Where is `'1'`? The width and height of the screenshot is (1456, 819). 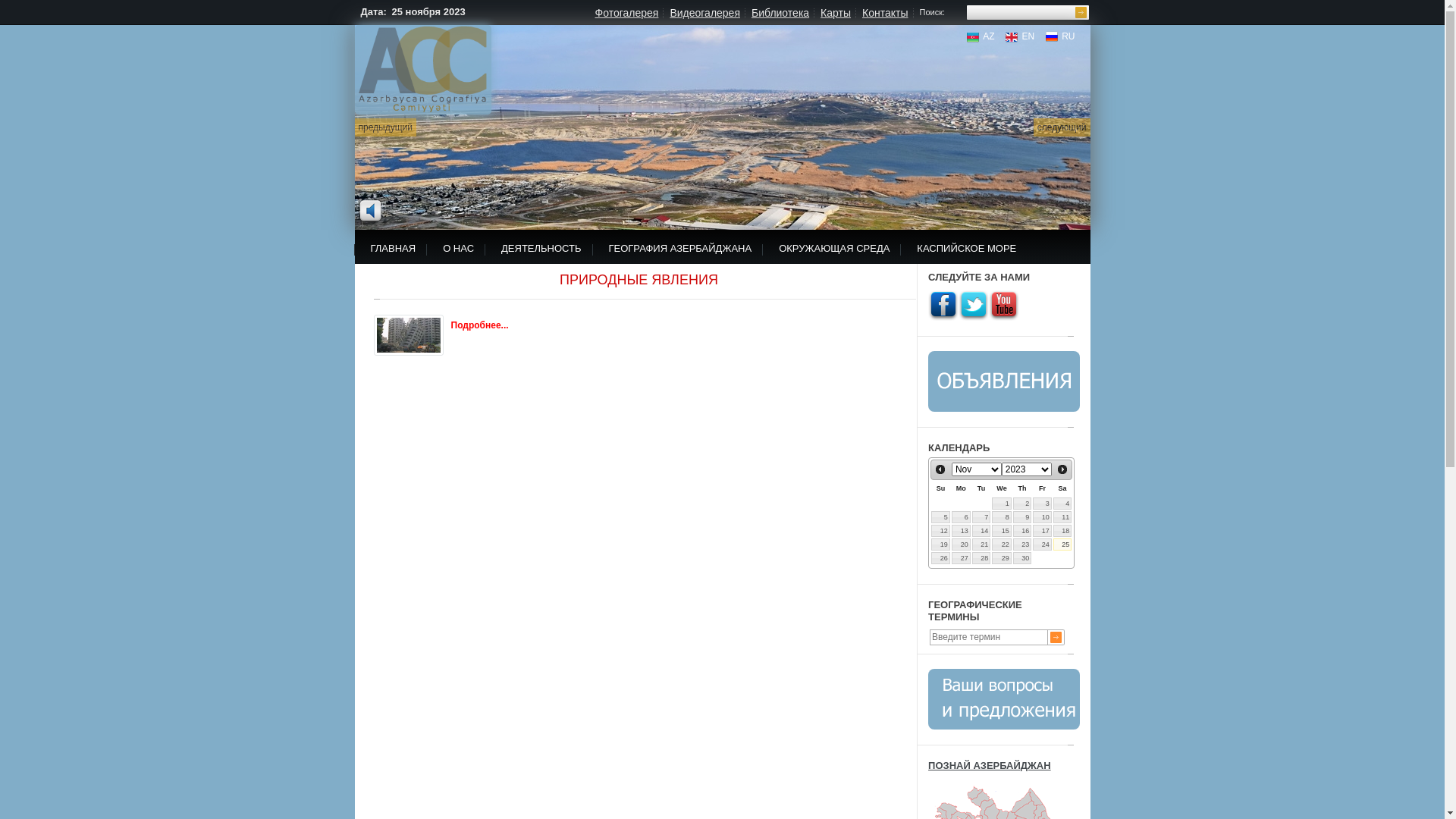 '1' is located at coordinates (1001, 503).